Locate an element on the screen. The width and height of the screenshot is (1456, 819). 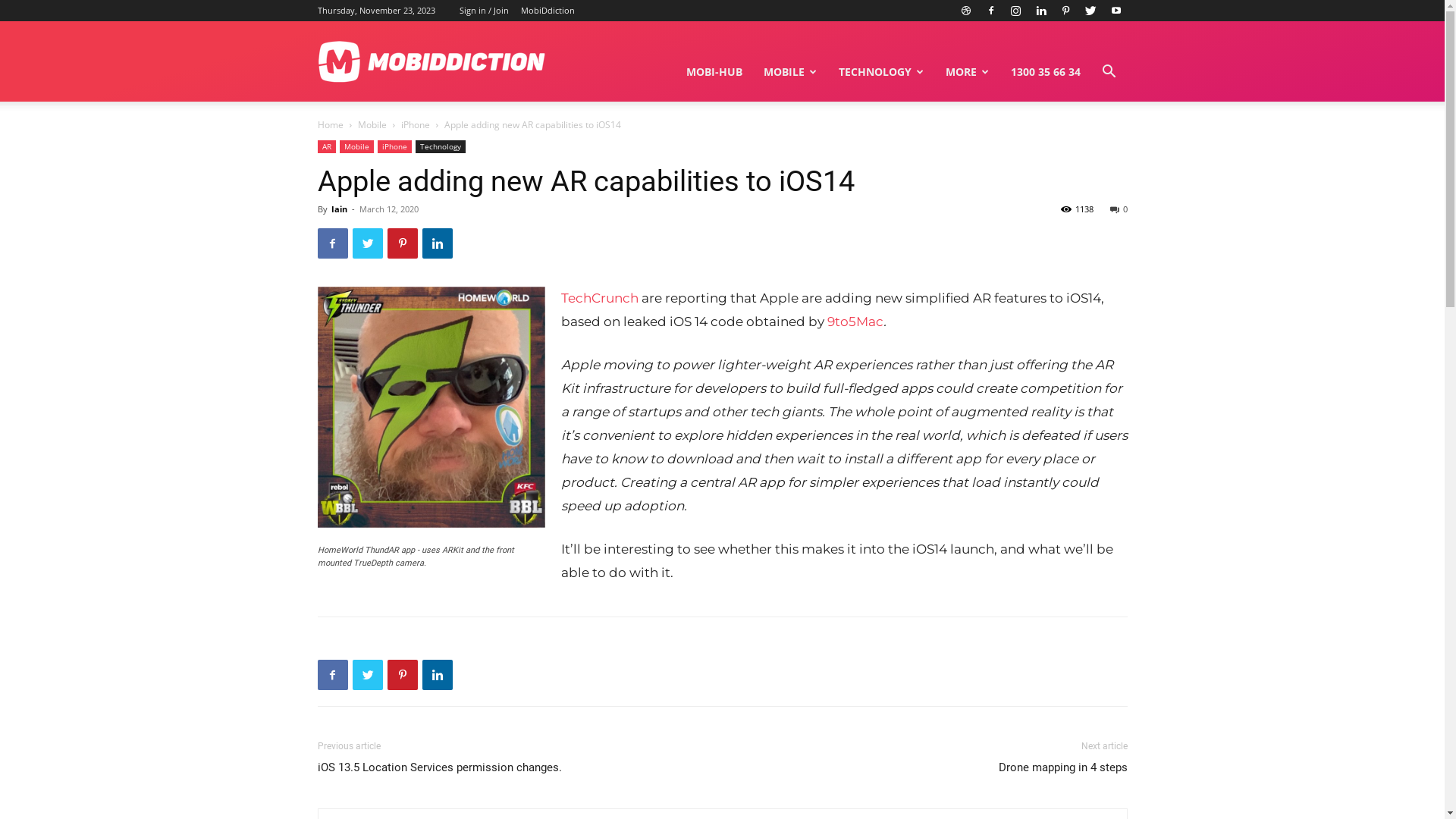
'TECHNOLOGY' is located at coordinates (881, 72).